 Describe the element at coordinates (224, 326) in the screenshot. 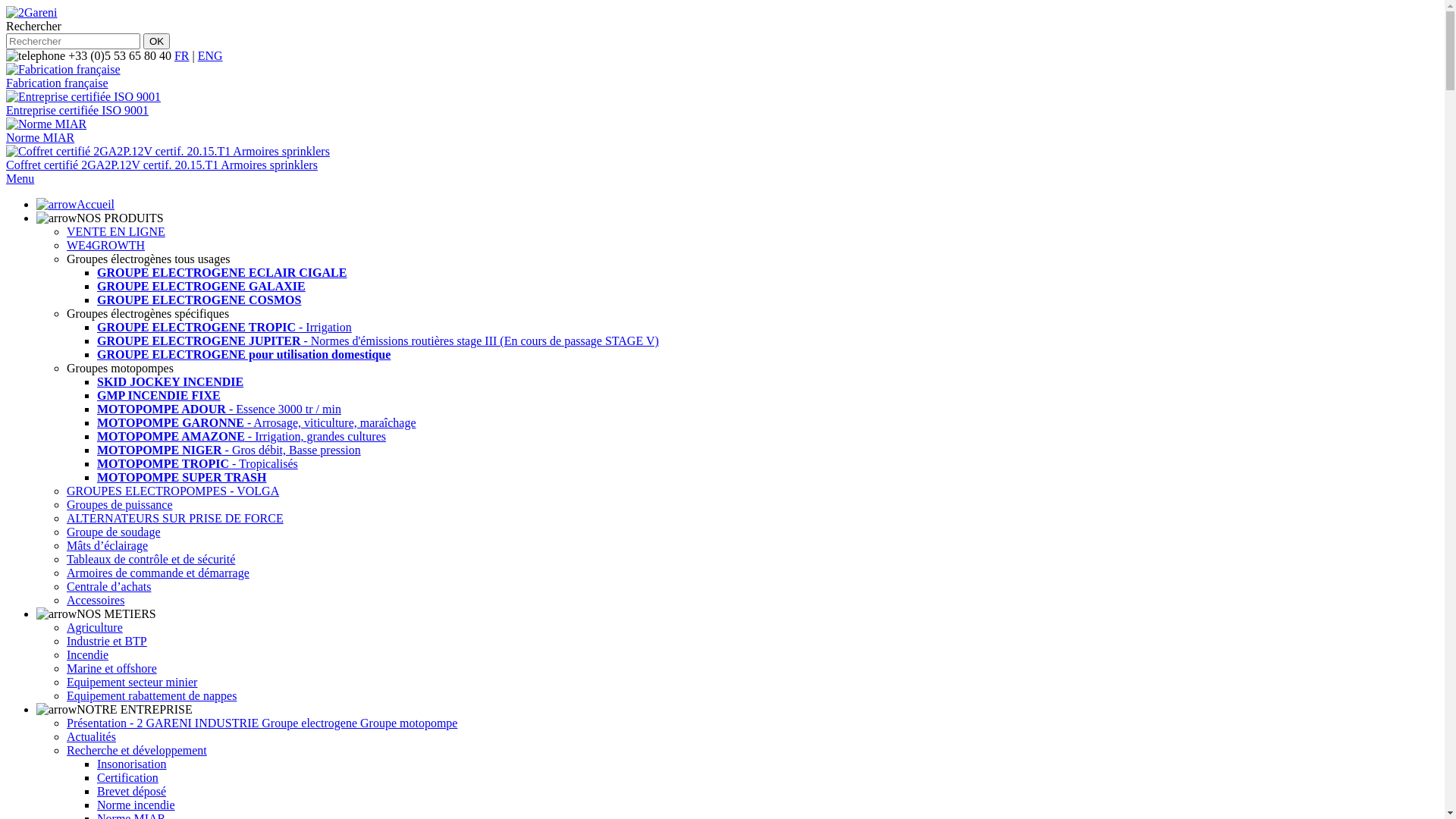

I see `'GROUPE ELECTROGENE TROPIC - Irrigation'` at that location.